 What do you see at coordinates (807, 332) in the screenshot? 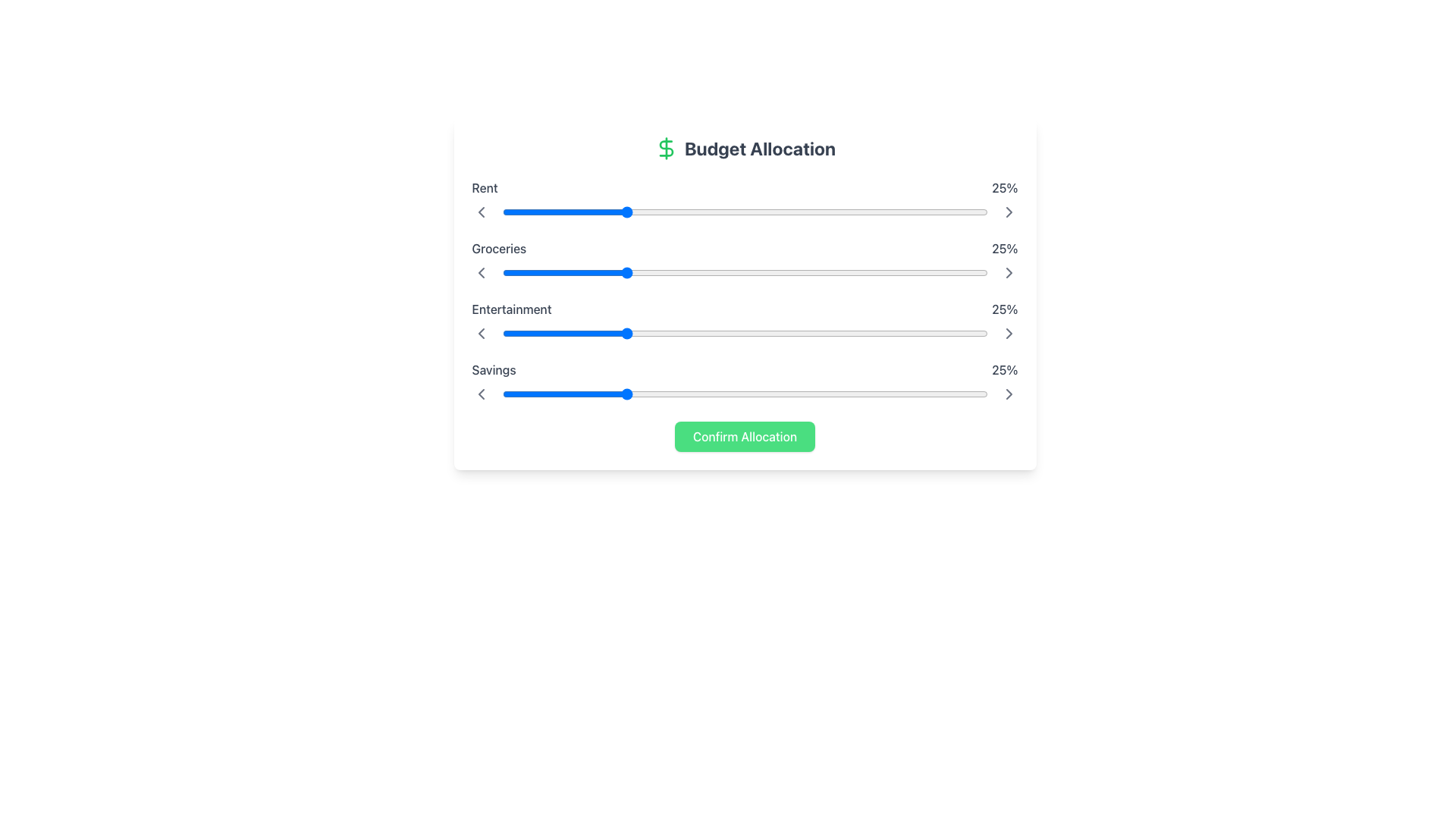
I see `the slider for 'Entertainment'` at bounding box center [807, 332].